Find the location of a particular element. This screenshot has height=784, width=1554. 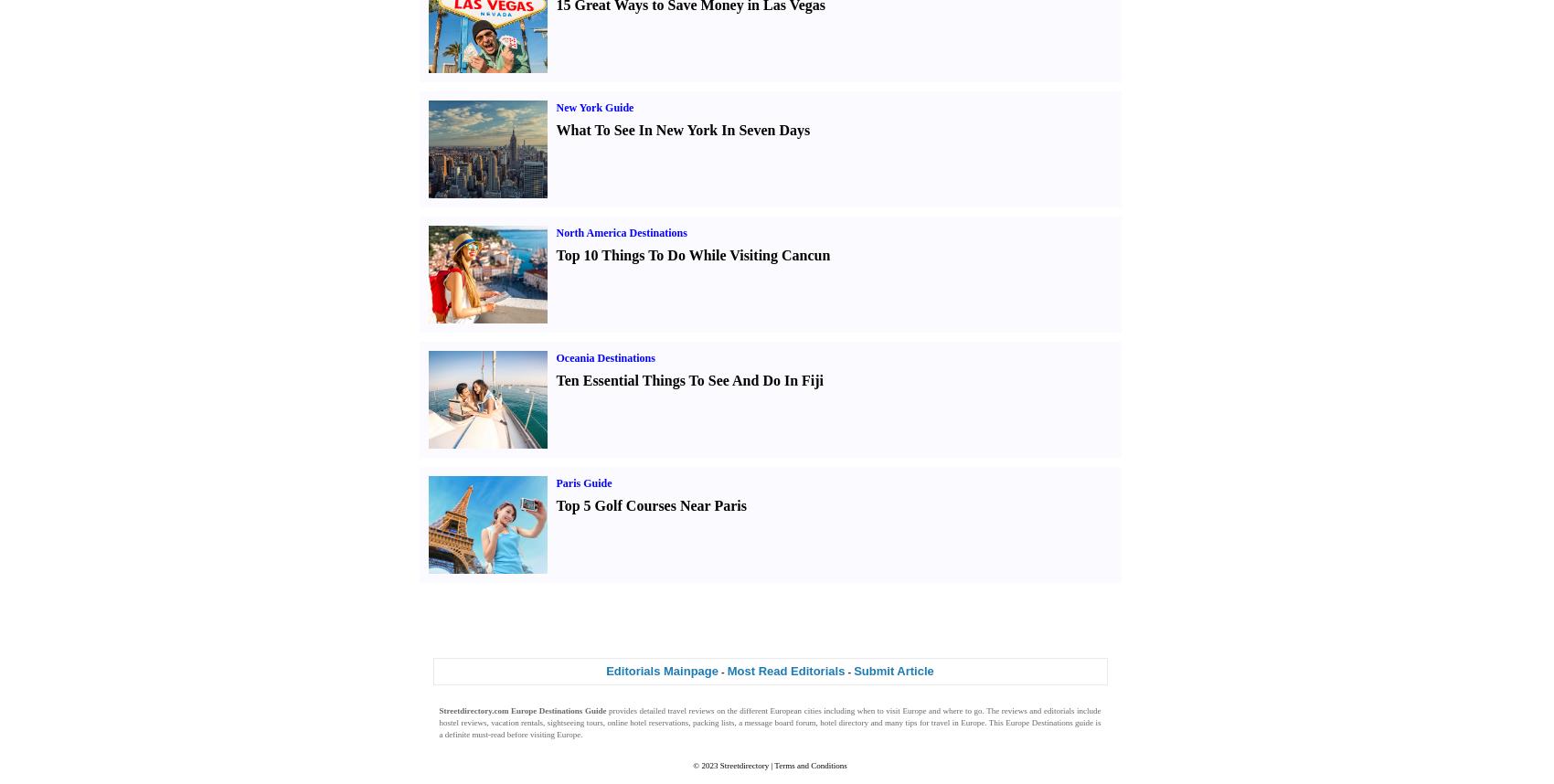

'include' is located at coordinates (1086, 711).